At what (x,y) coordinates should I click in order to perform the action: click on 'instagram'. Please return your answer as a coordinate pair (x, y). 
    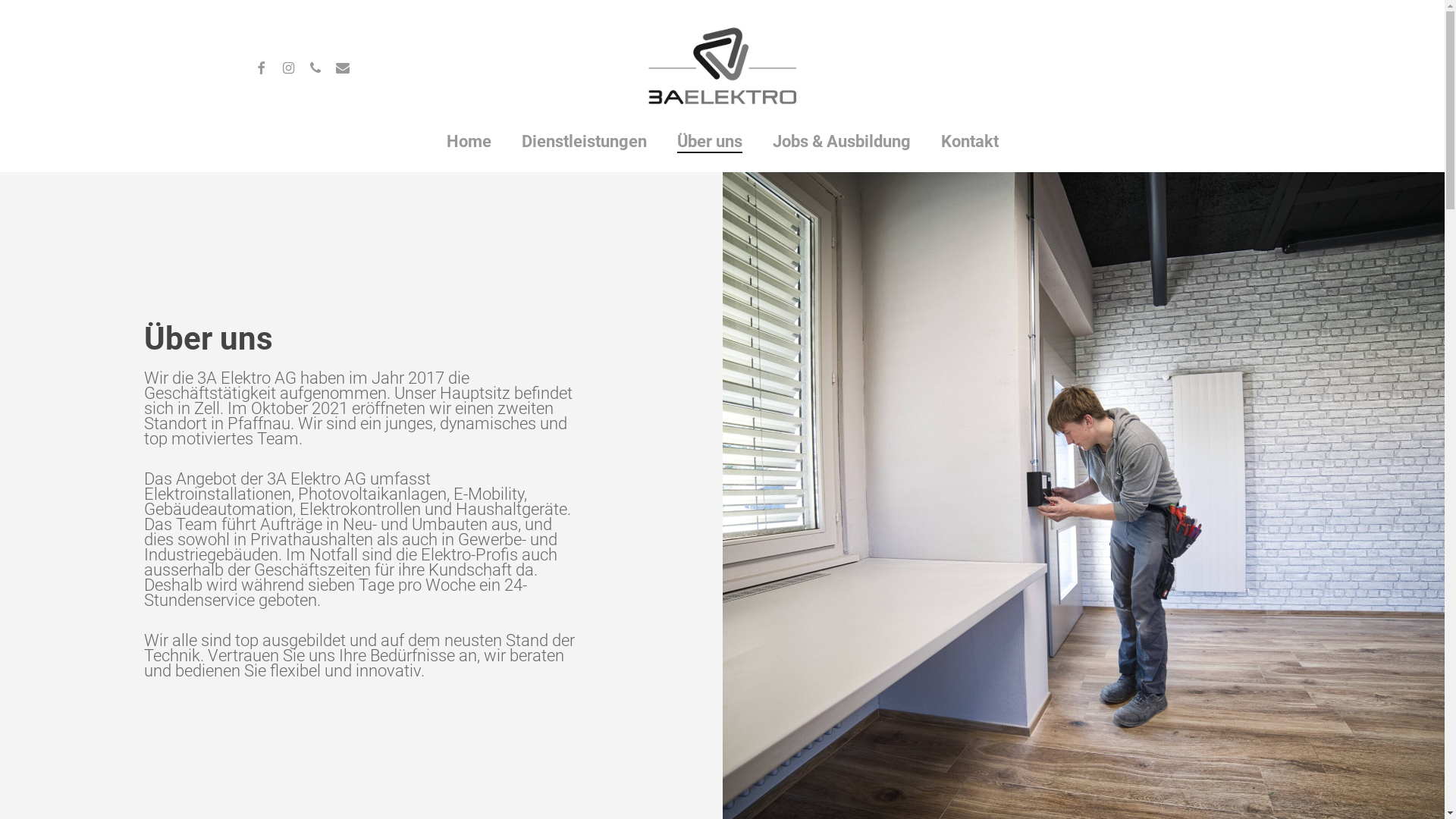
    Looking at the image, I should click on (287, 65).